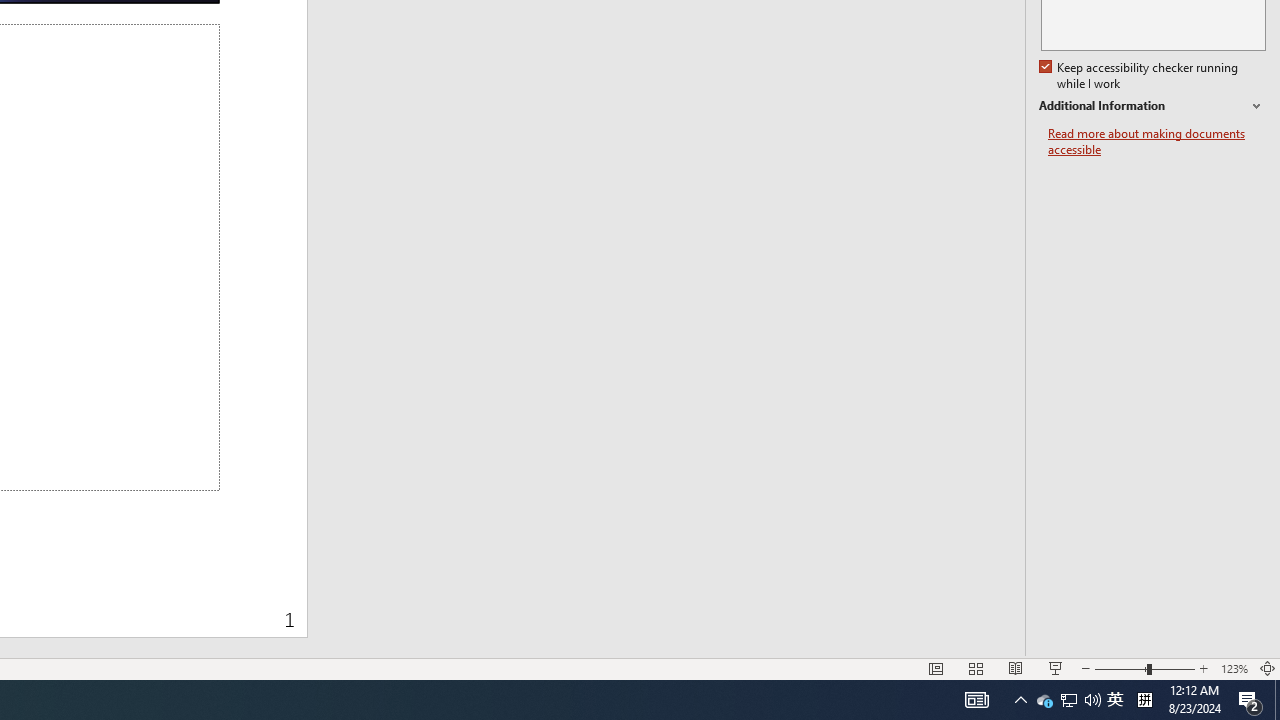  What do you see at coordinates (1233, 669) in the screenshot?
I see `'Zoom 123%'` at bounding box center [1233, 669].